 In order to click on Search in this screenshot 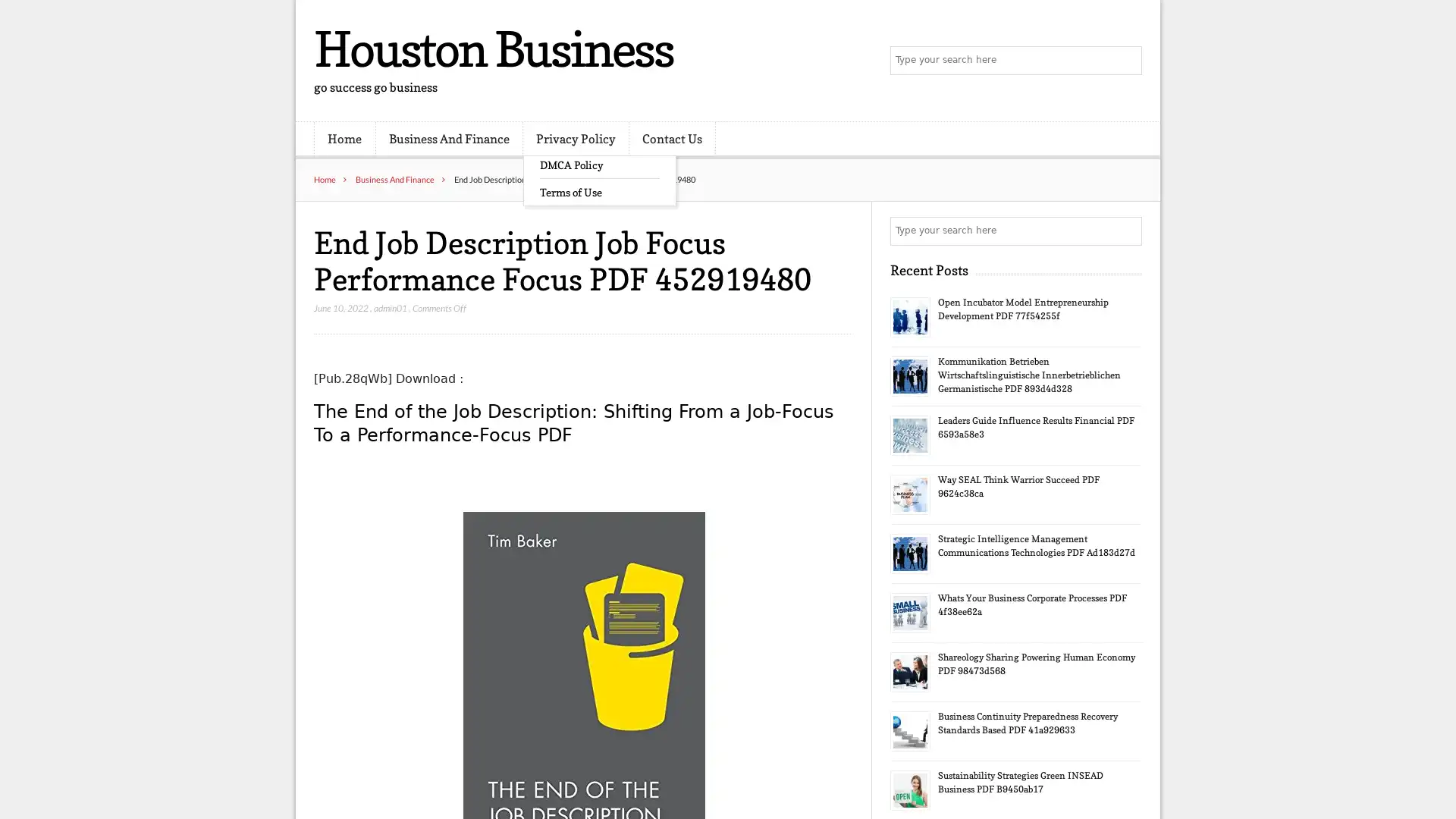, I will do `click(1126, 61)`.